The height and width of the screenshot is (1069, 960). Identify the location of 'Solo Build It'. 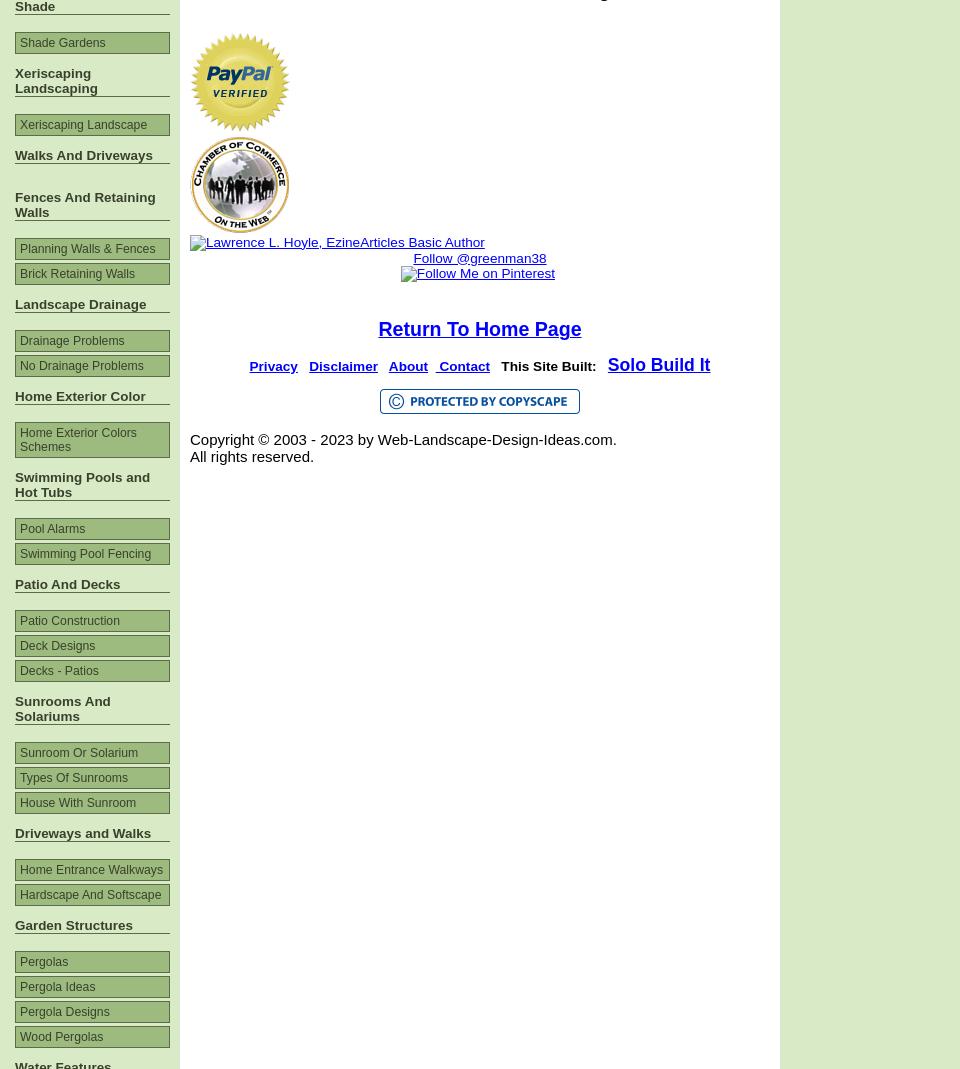
(657, 363).